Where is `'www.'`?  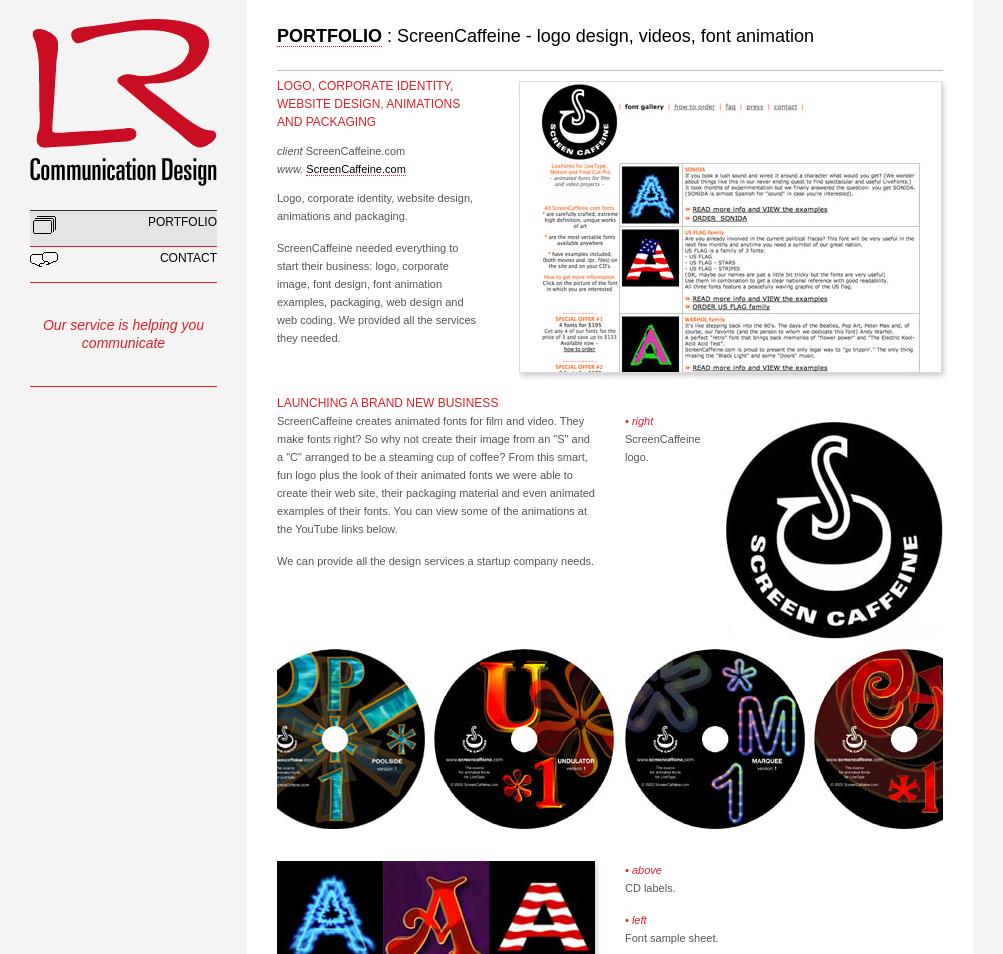 'www.' is located at coordinates (289, 167).